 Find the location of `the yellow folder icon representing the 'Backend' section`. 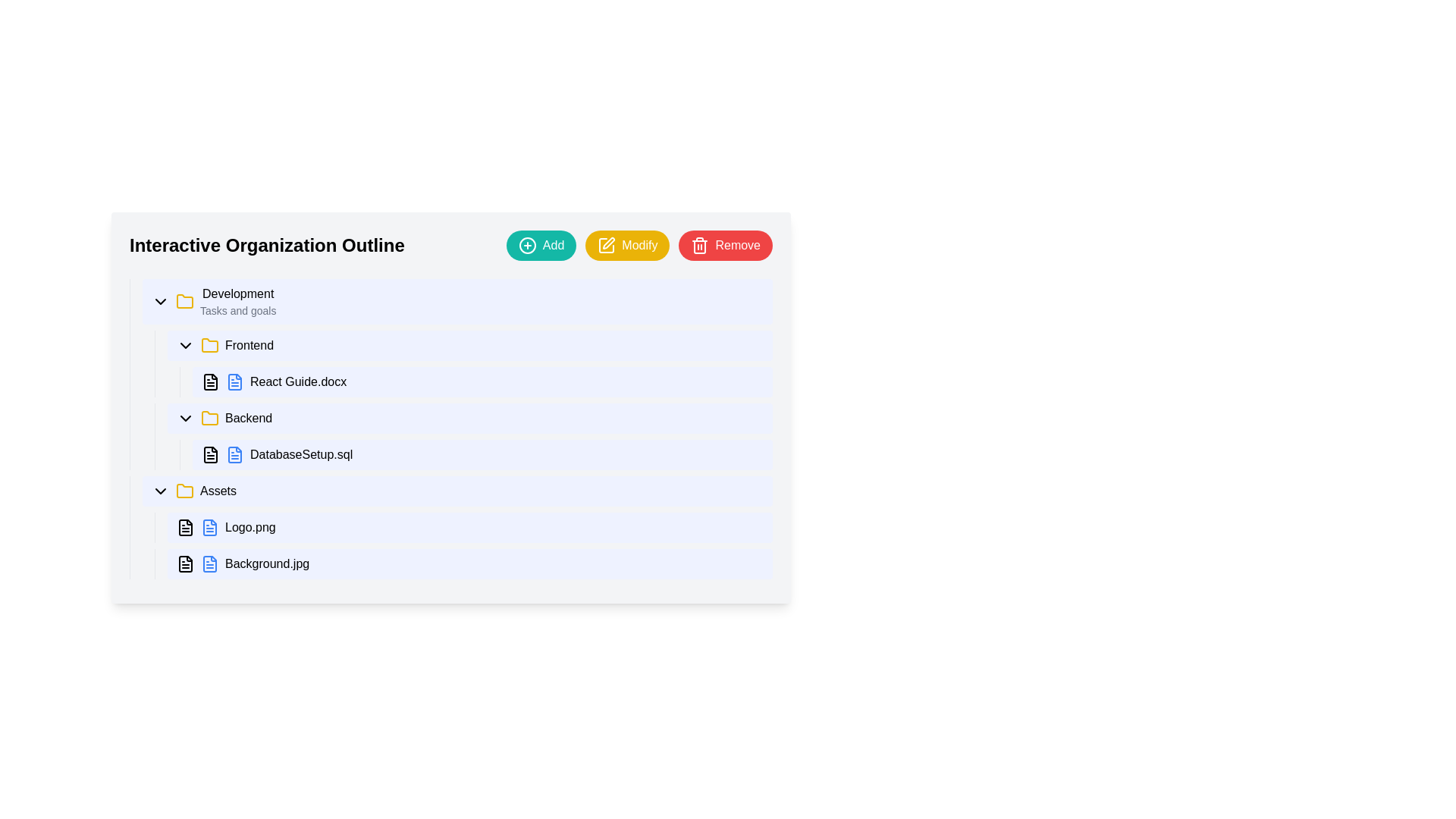

the yellow folder icon representing the 'Backend' section is located at coordinates (209, 418).